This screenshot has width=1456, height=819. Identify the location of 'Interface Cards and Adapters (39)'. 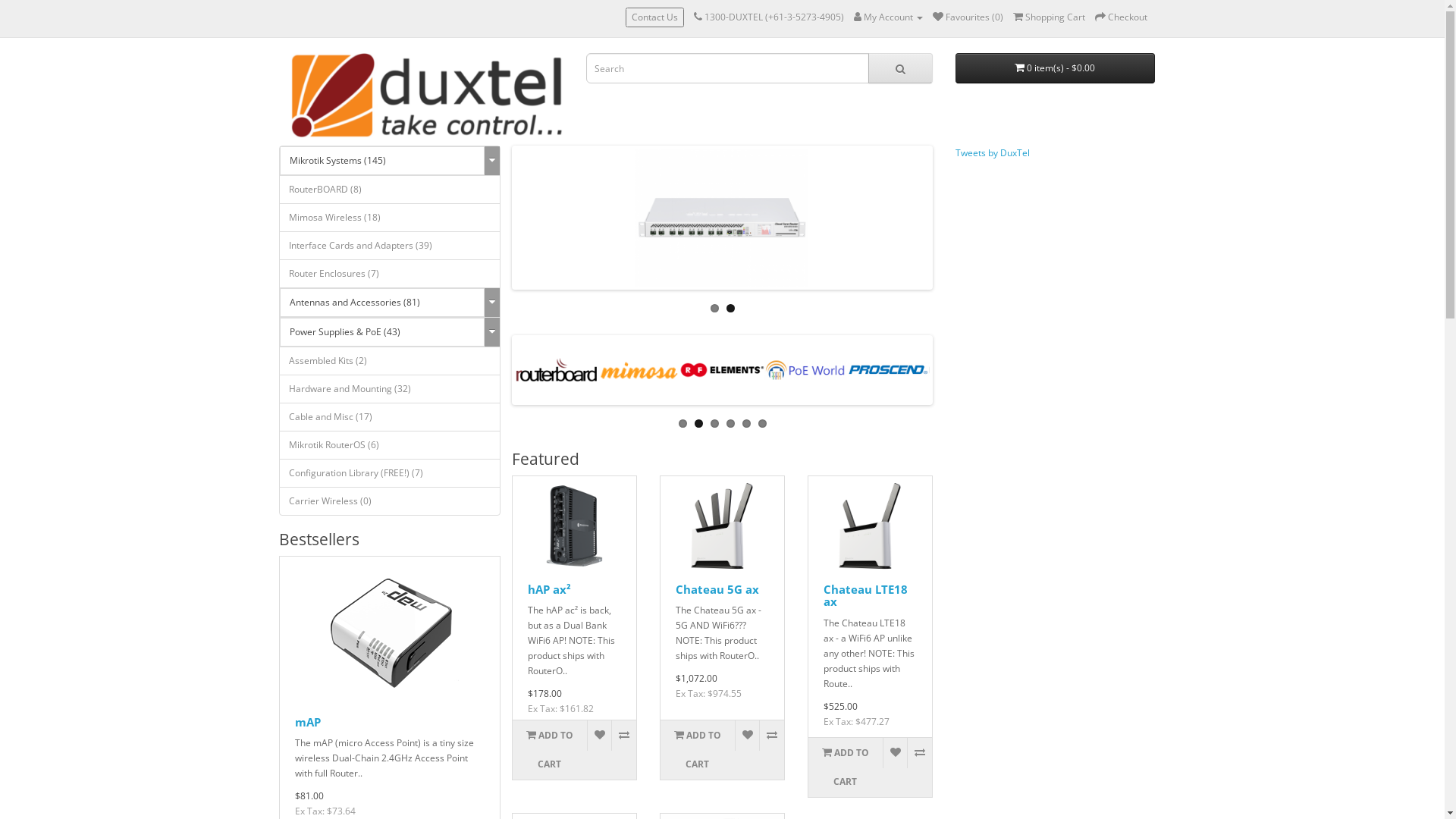
(390, 245).